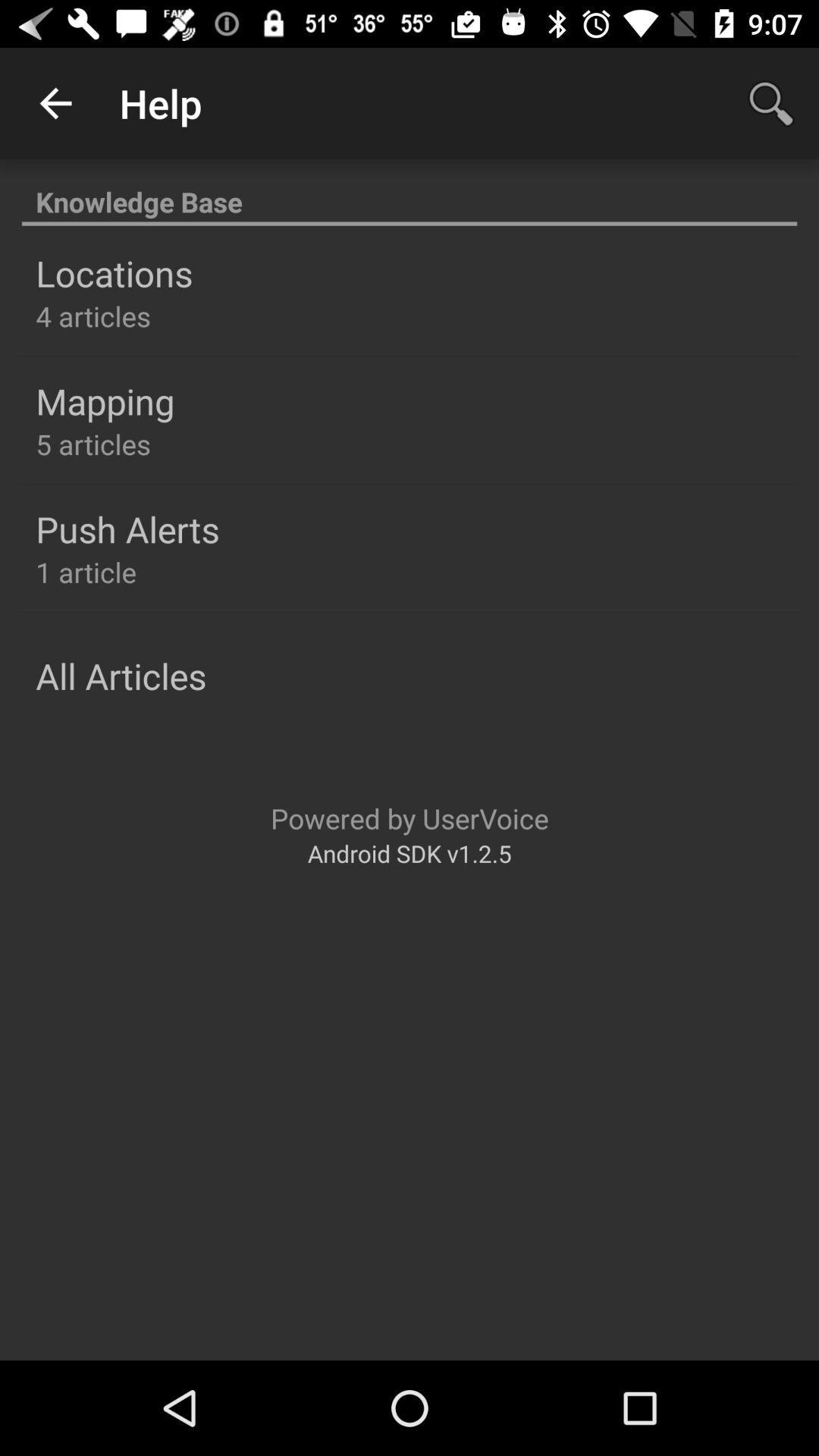  Describe the element at coordinates (127, 529) in the screenshot. I see `item above the 1 article item` at that location.